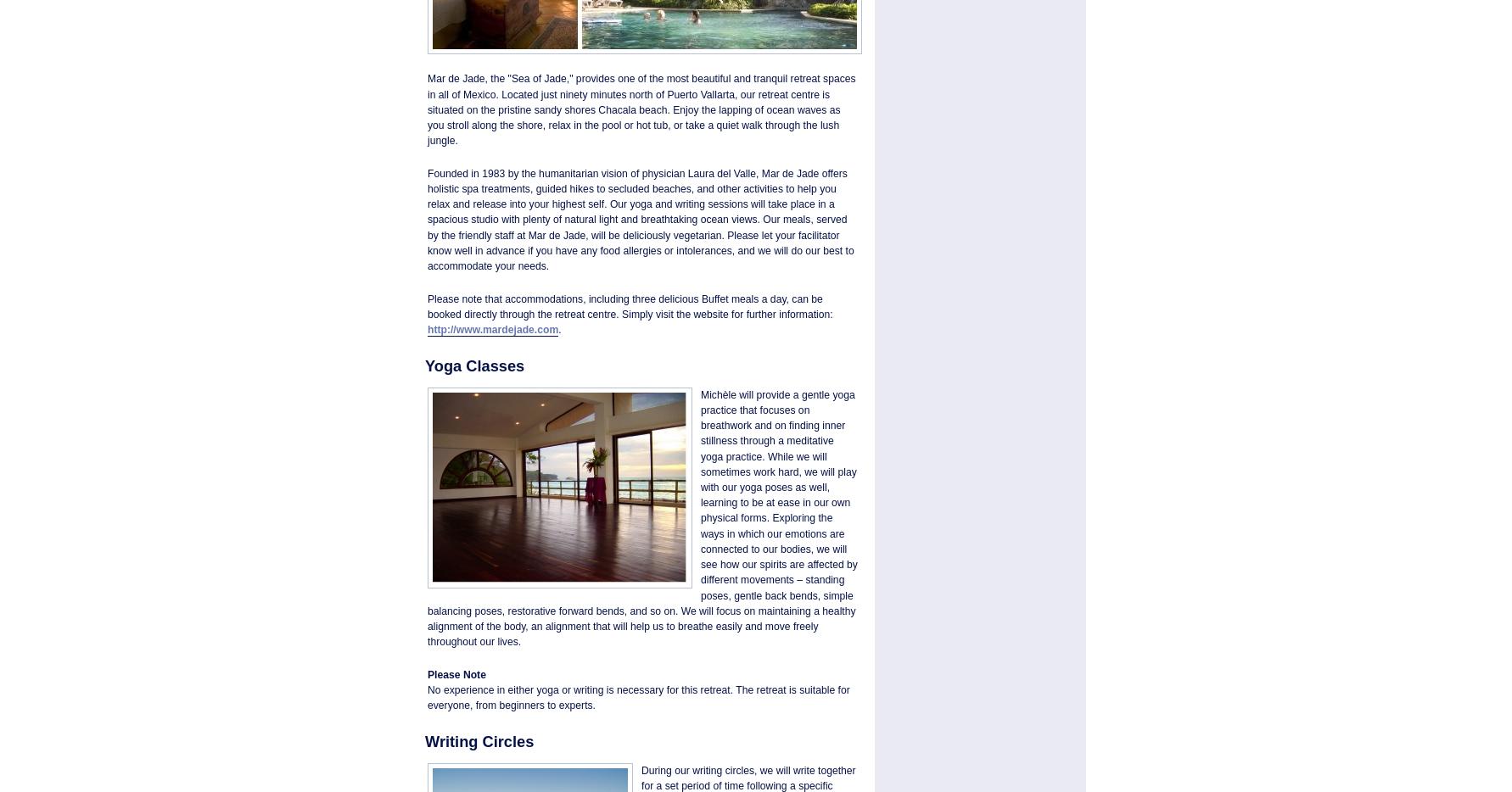  Describe the element at coordinates (641, 109) in the screenshot. I see `'Mar de Jade, the "Sea of Jade," provides one of the most beautiful and tranquil retreat spaces in all of Mexico. Located just ninety minutes north of Puerto Vallarta, our retreat centre is situated on the pristine sandy shores Chacala beach.  Enjoy the lapping of ocean waves as you stroll along the shore, relax in the pool or hot tub, or take a quiet walk through the lush jungle.'` at that location.